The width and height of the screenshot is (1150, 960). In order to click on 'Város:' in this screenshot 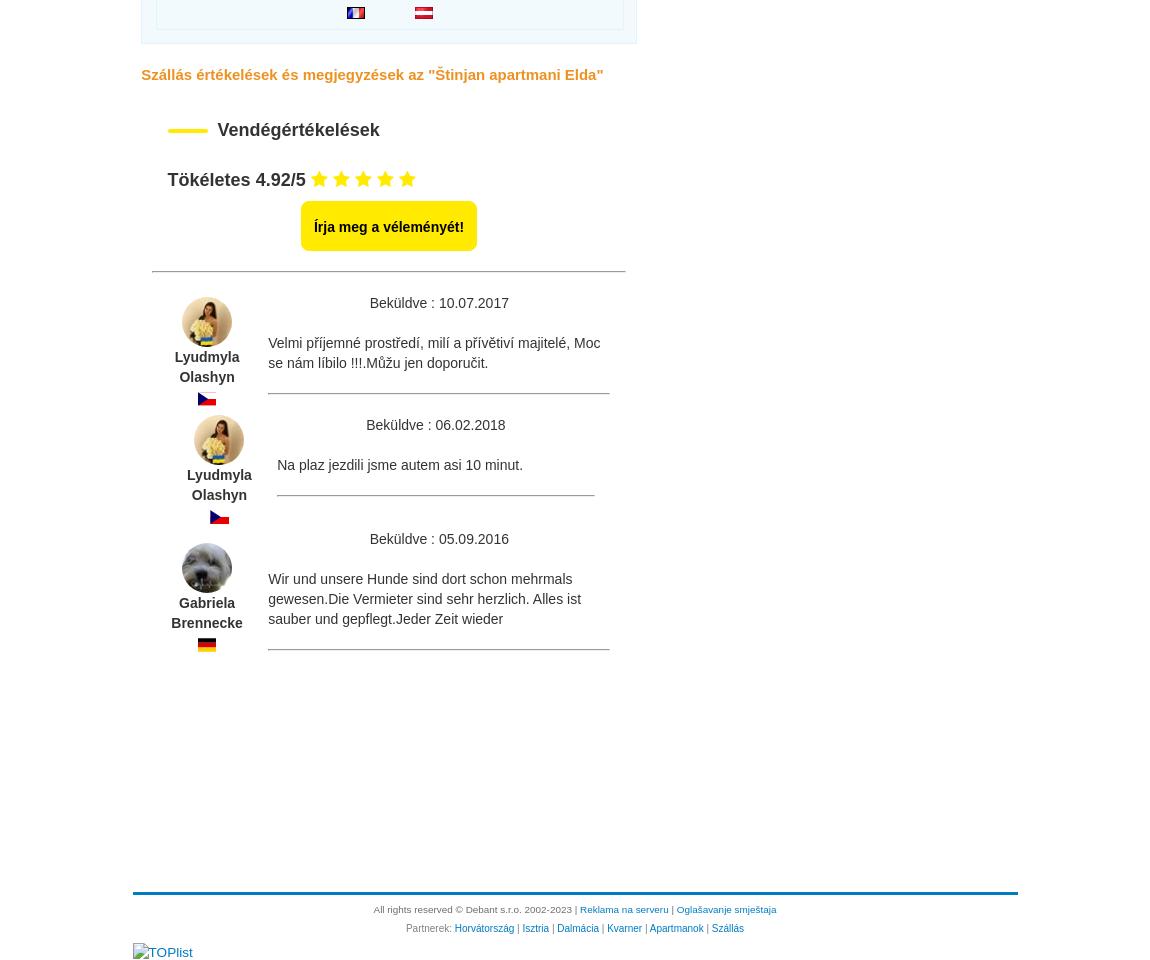, I will do `click(155, 925)`.